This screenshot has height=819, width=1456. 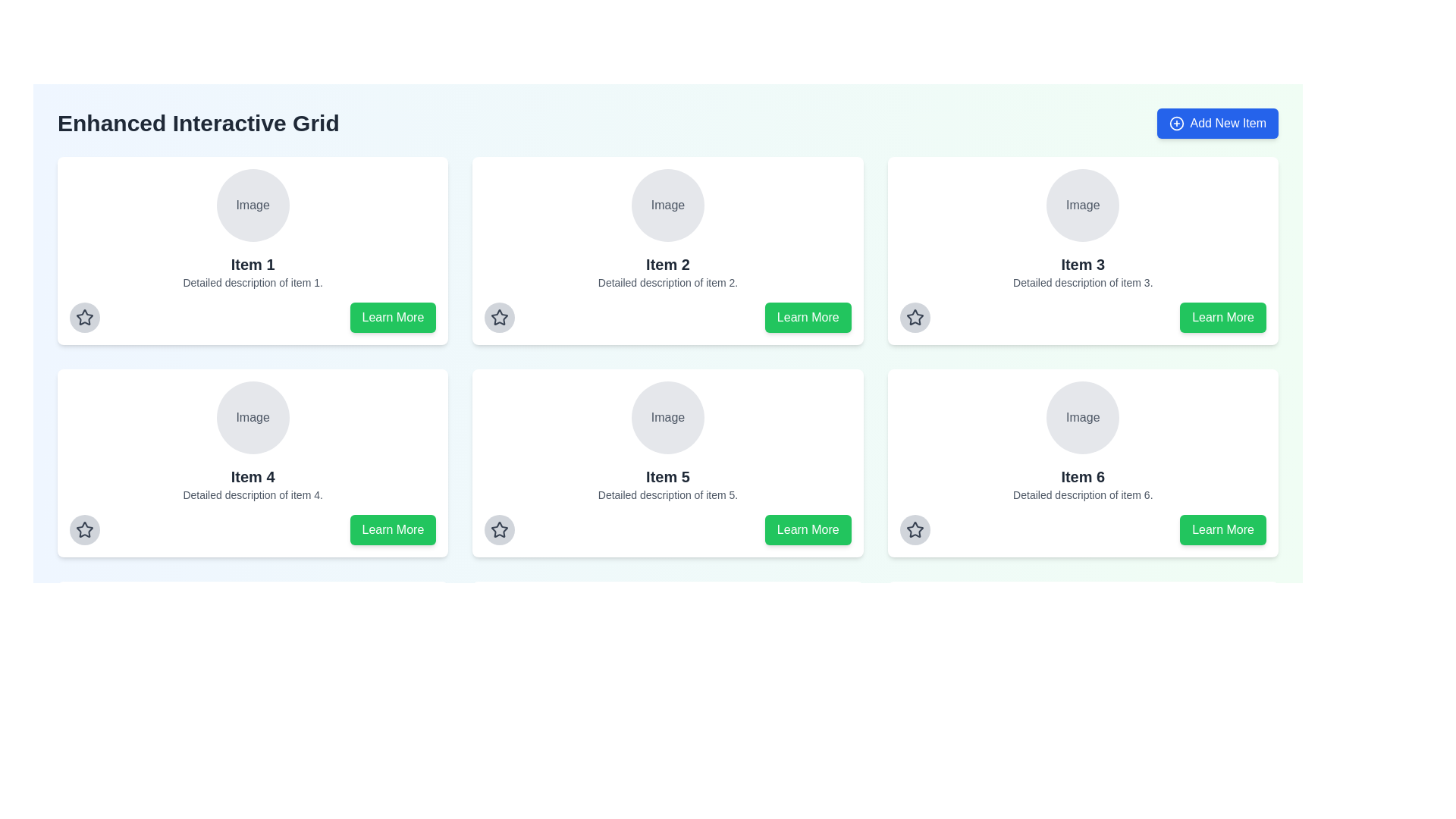 What do you see at coordinates (1082, 475) in the screenshot?
I see `the bold static text located at the bottom center of the lower-right card in a grid of six cards, which serves as the title or identifier for the card` at bounding box center [1082, 475].